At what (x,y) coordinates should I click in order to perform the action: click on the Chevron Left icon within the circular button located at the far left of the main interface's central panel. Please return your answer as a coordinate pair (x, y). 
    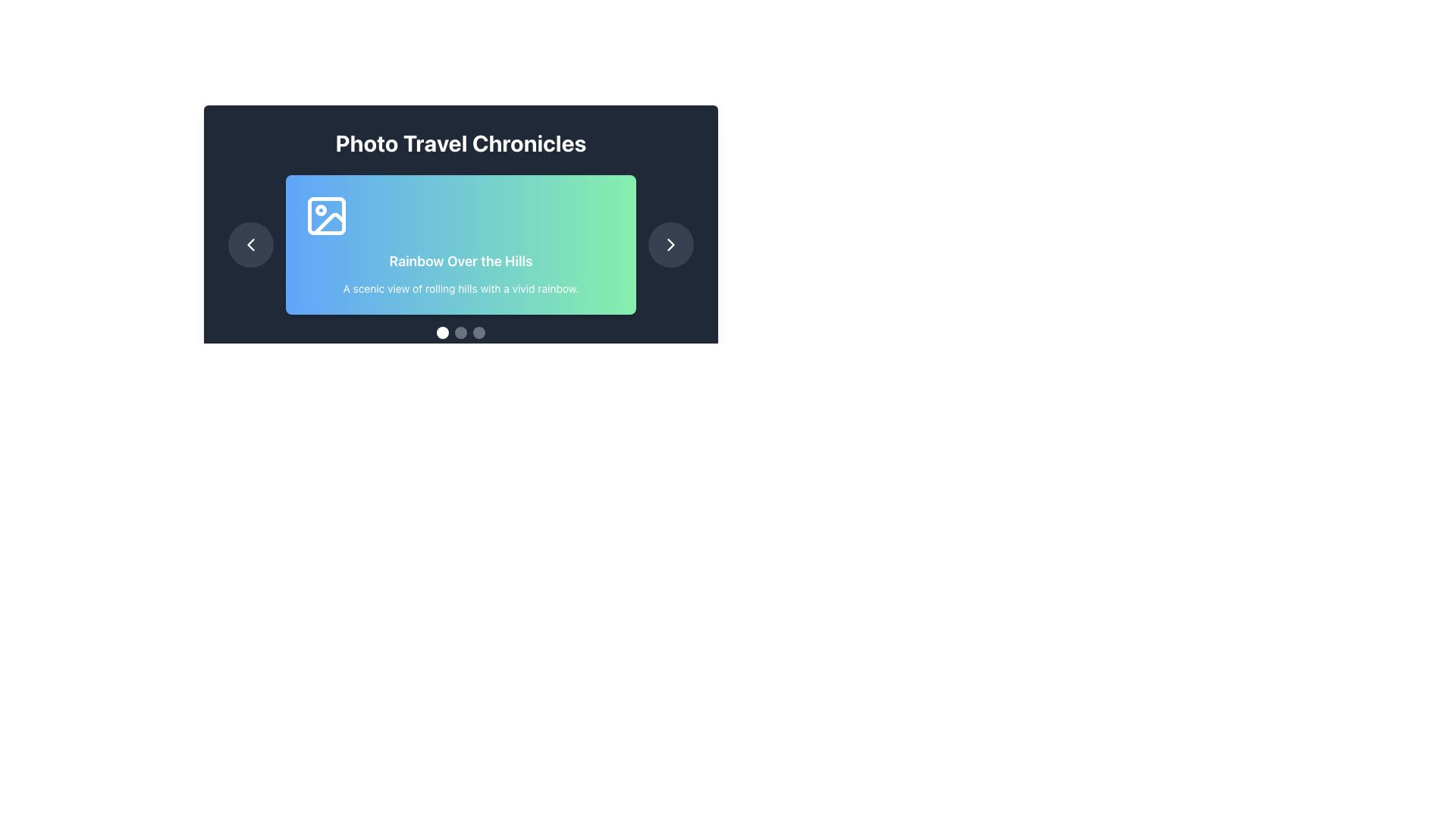
    Looking at the image, I should click on (251, 244).